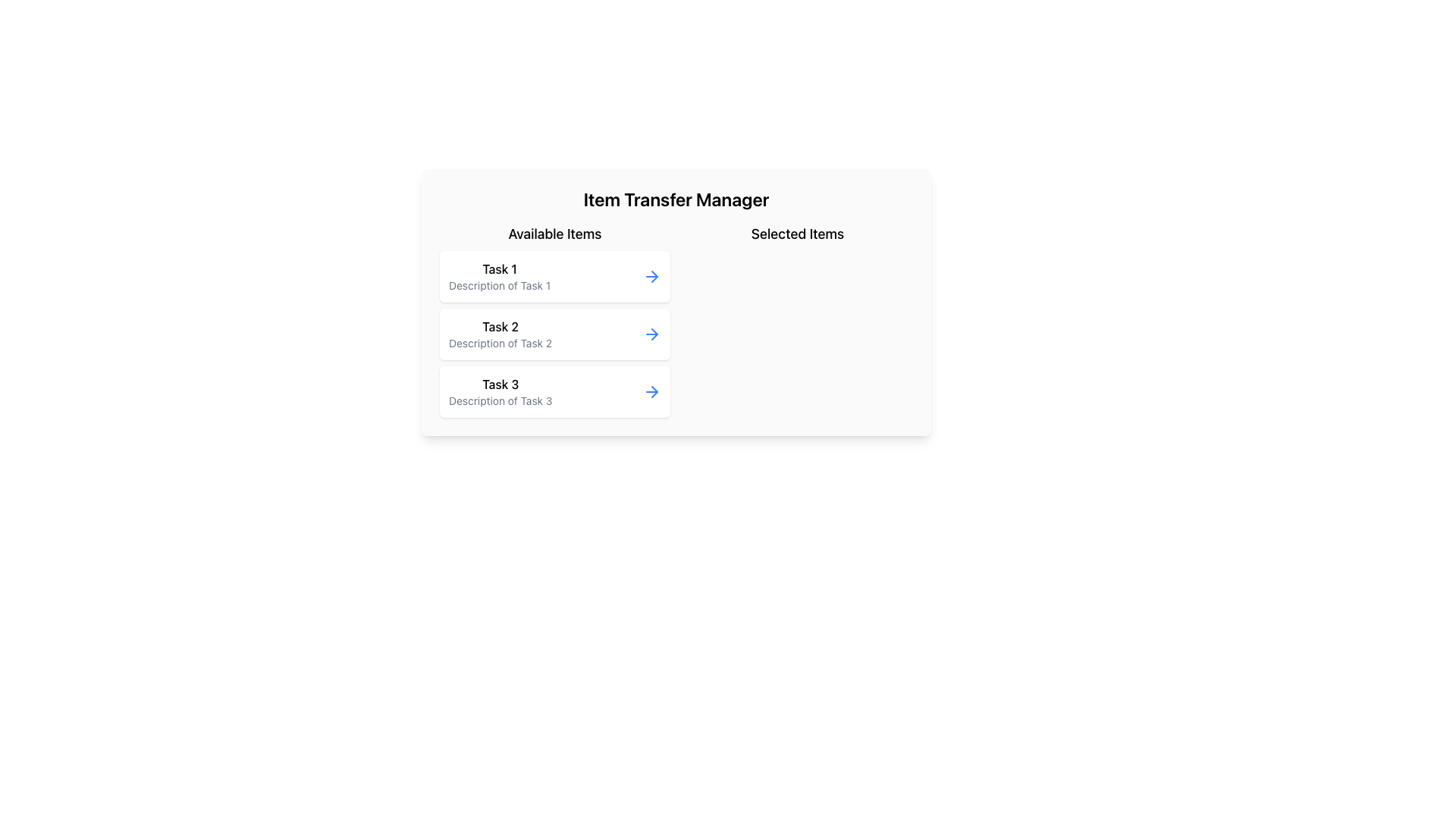 This screenshot has width=1456, height=819. Describe the element at coordinates (554, 333) in the screenshot. I see `the second task item card in the 'Available Items' list, which allows users` at that location.